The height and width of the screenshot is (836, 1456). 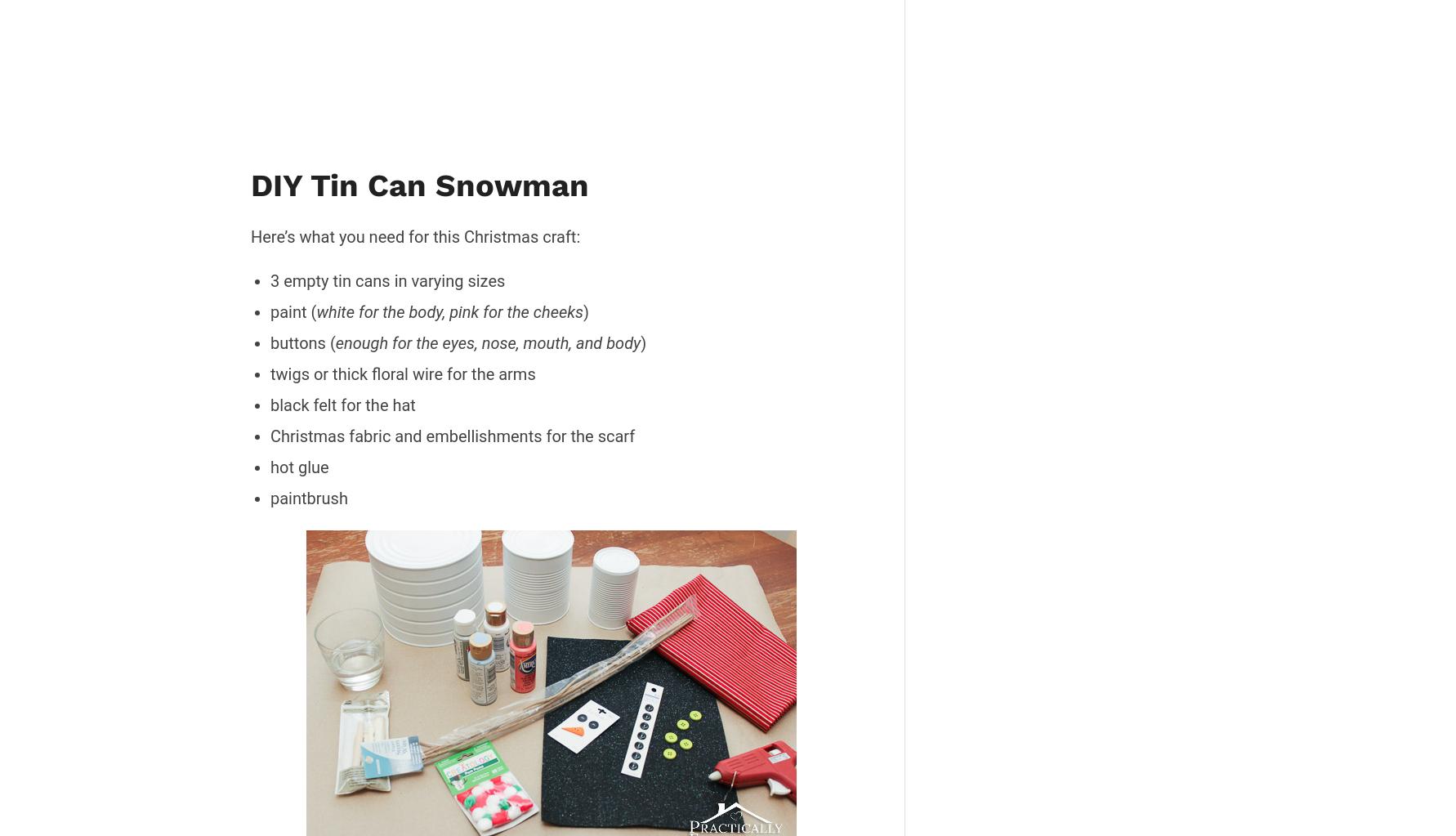 What do you see at coordinates (269, 342) in the screenshot?
I see `'buttons ('` at bounding box center [269, 342].